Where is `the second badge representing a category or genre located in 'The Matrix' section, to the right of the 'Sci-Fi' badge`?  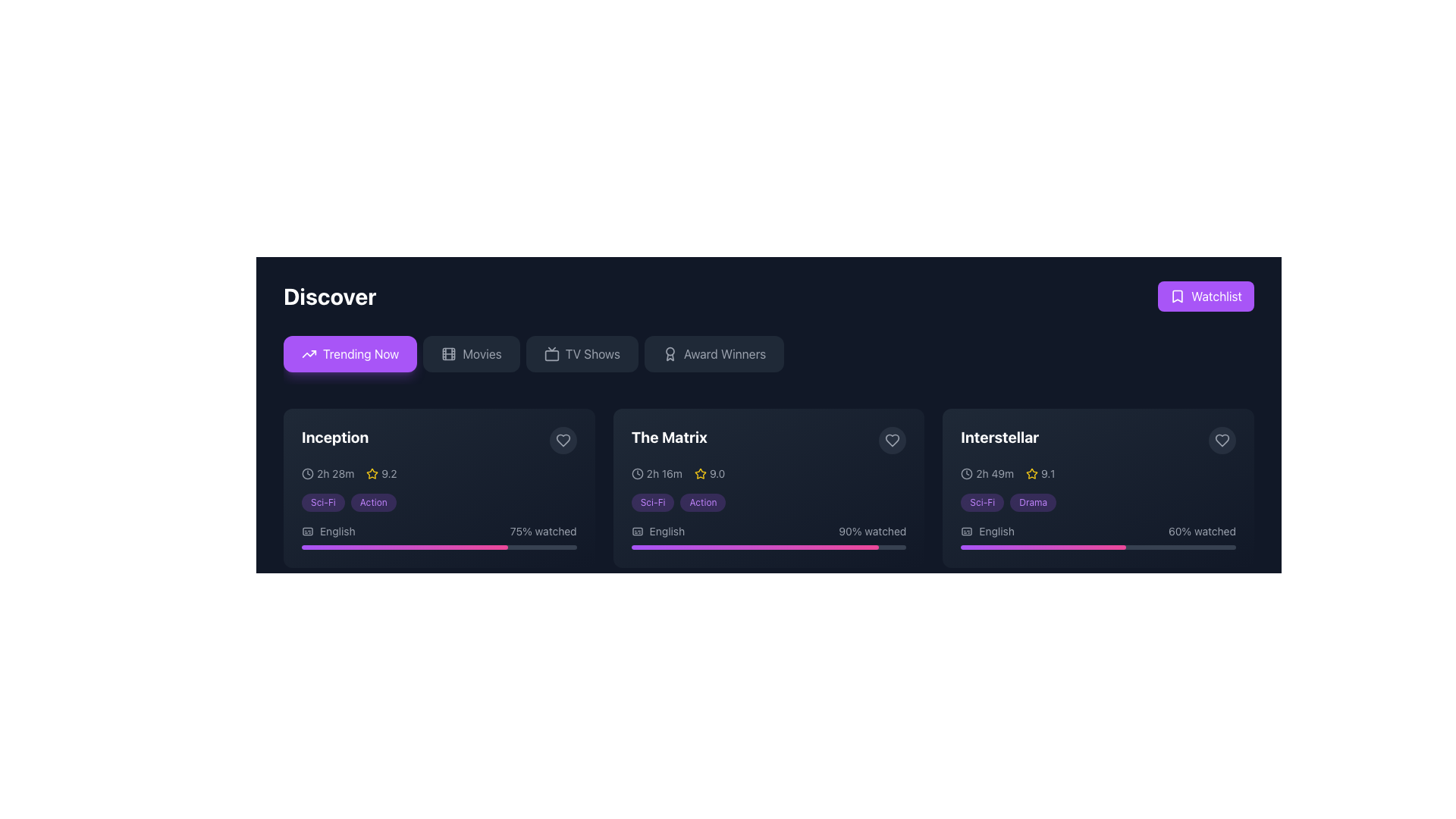
the second badge representing a category or genre located in 'The Matrix' section, to the right of the 'Sci-Fi' badge is located at coordinates (702, 503).